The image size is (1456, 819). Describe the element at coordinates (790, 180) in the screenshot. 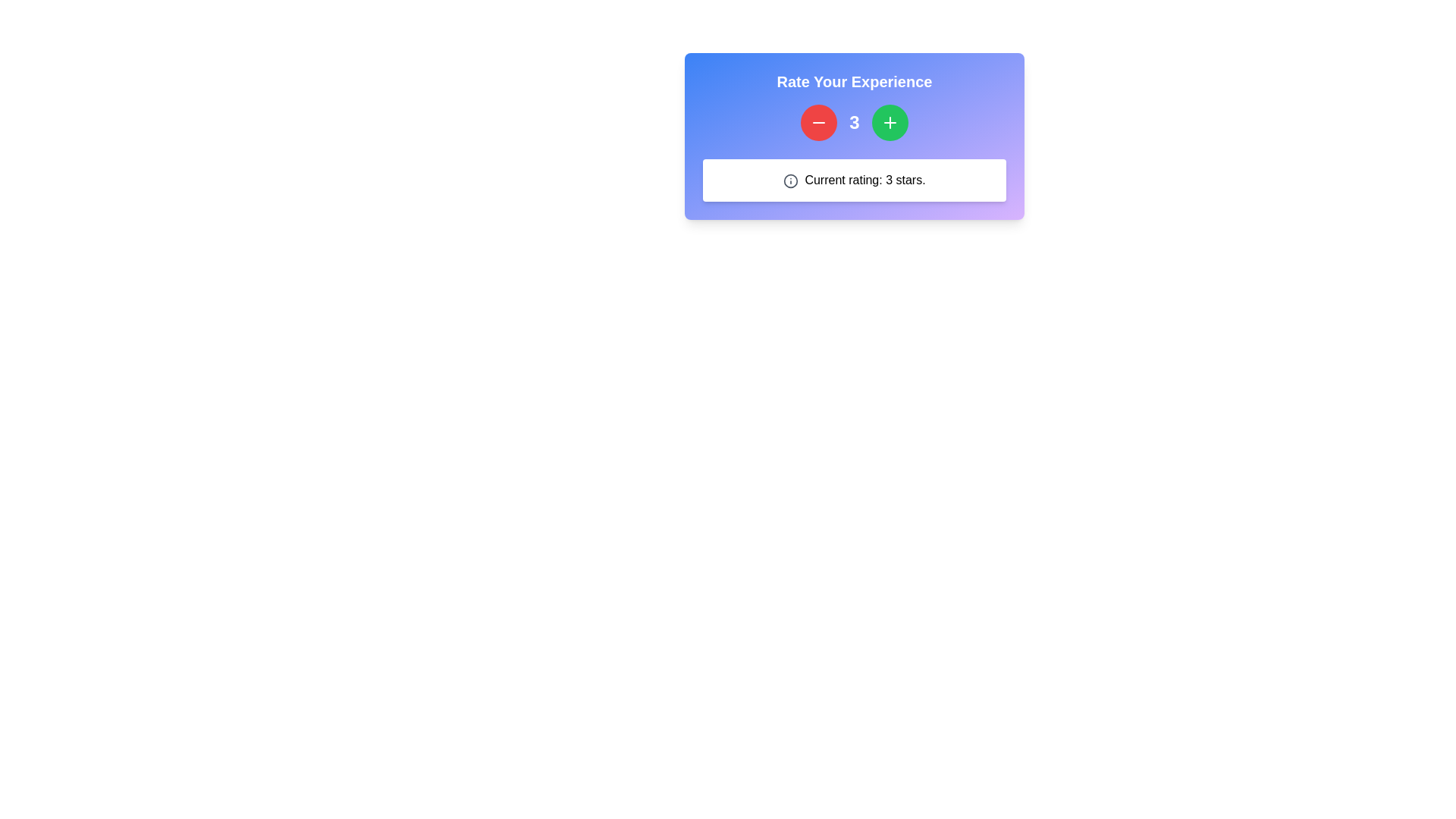

I see `the circular informational icon with an 'i' inside, which is positioned to the left of the text 'Current rating: 3 stars.'` at that location.